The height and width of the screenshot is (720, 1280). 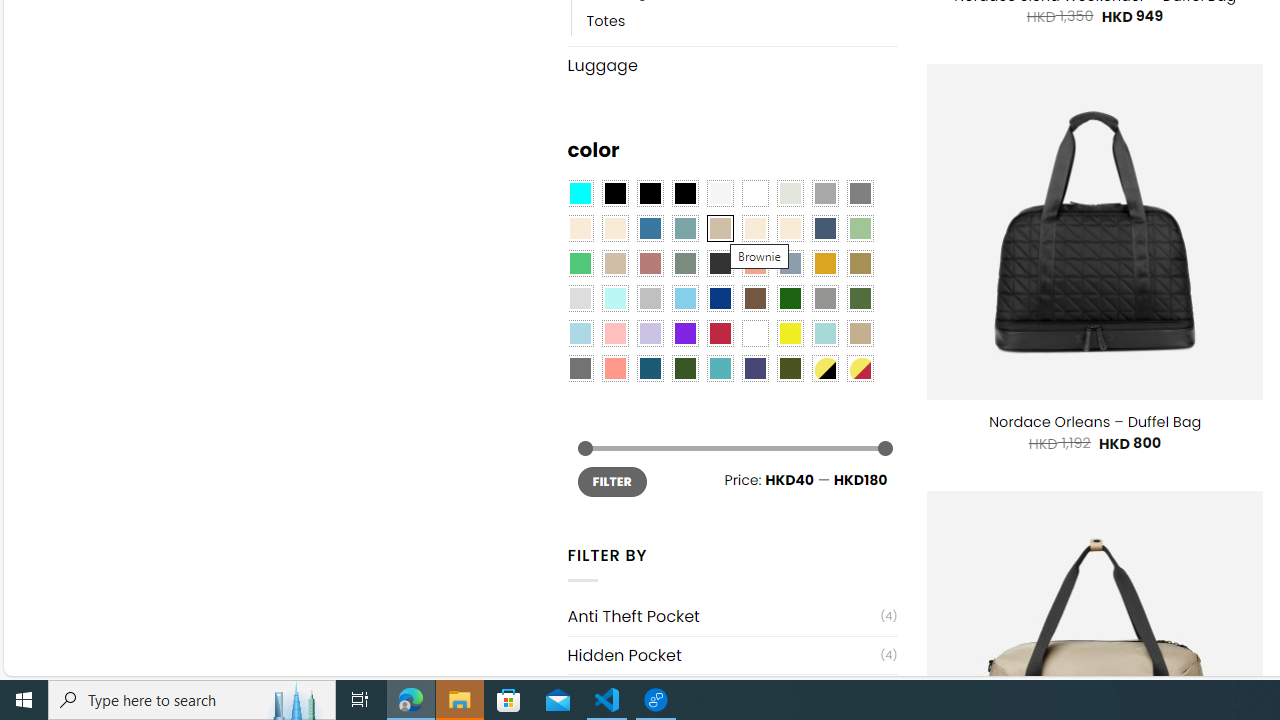 What do you see at coordinates (684, 227) in the screenshot?
I see `'Blue Sage'` at bounding box center [684, 227].